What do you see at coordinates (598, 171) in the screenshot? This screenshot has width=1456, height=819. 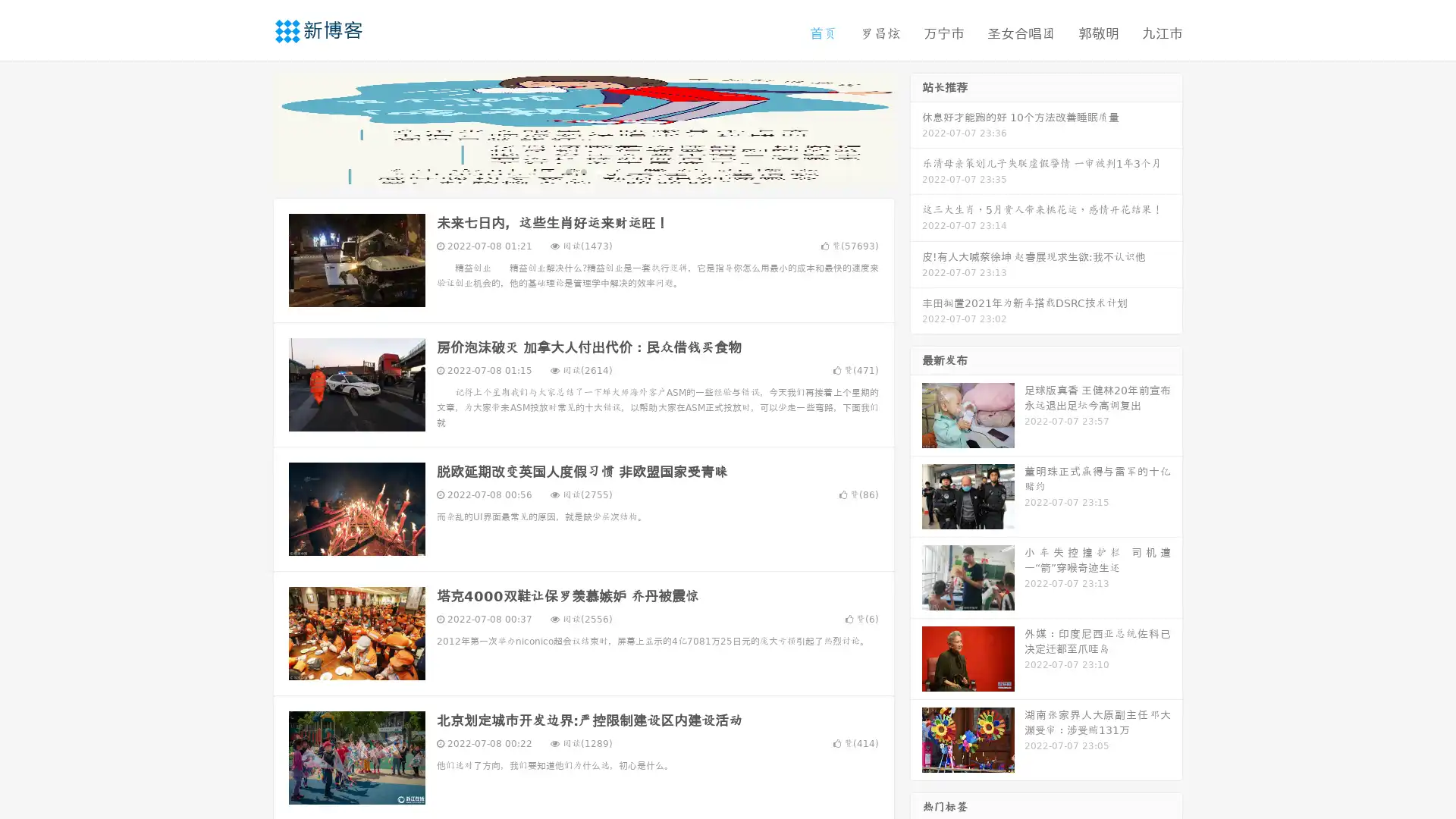 I see `Go to slide 3` at bounding box center [598, 171].